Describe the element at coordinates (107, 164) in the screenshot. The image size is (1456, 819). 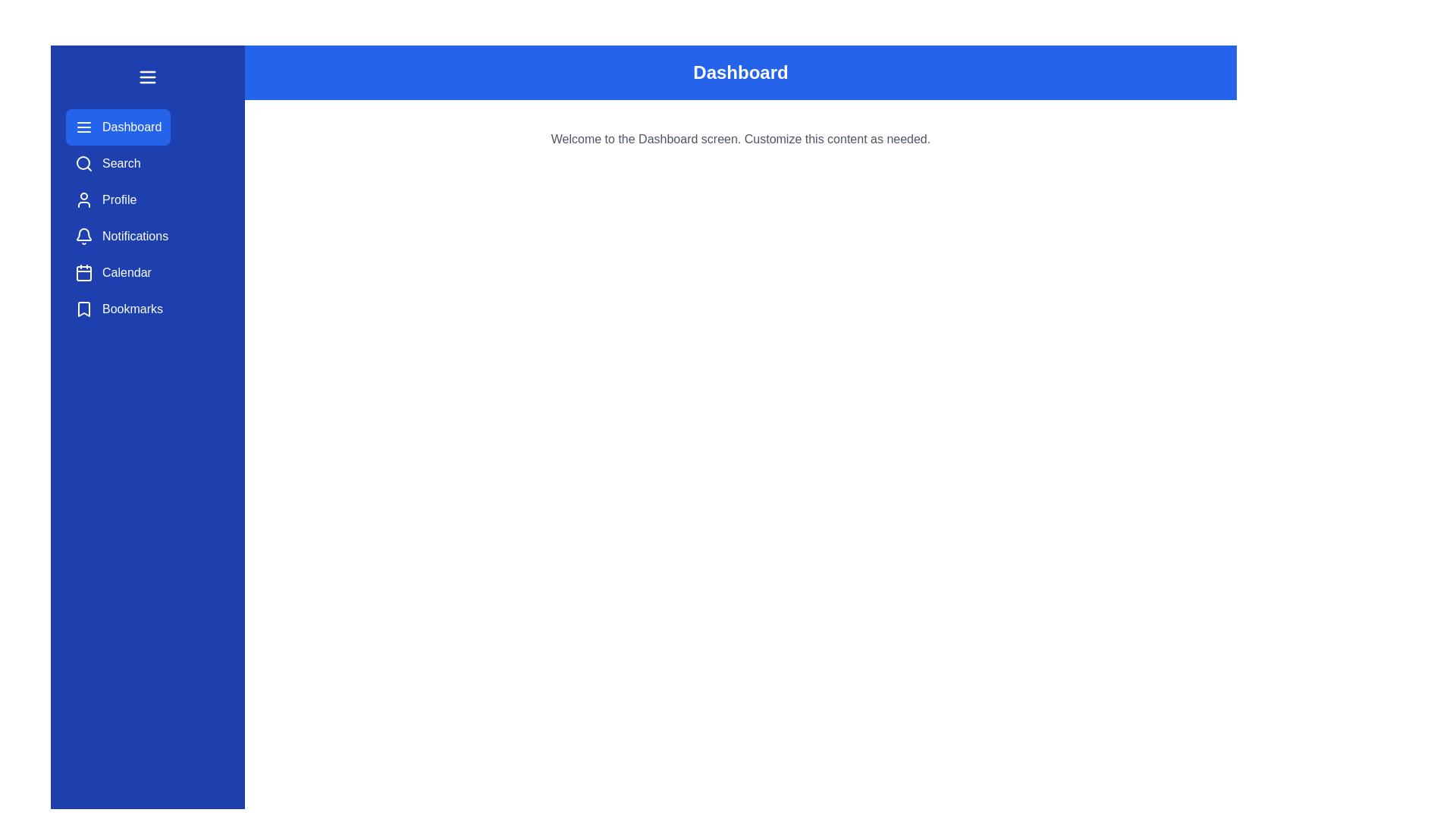
I see `the 'Search' Navigation Button, which is the second menu item in the vertical navigation bar, featuring a magnifying glass icon and white text against a blue background` at that location.